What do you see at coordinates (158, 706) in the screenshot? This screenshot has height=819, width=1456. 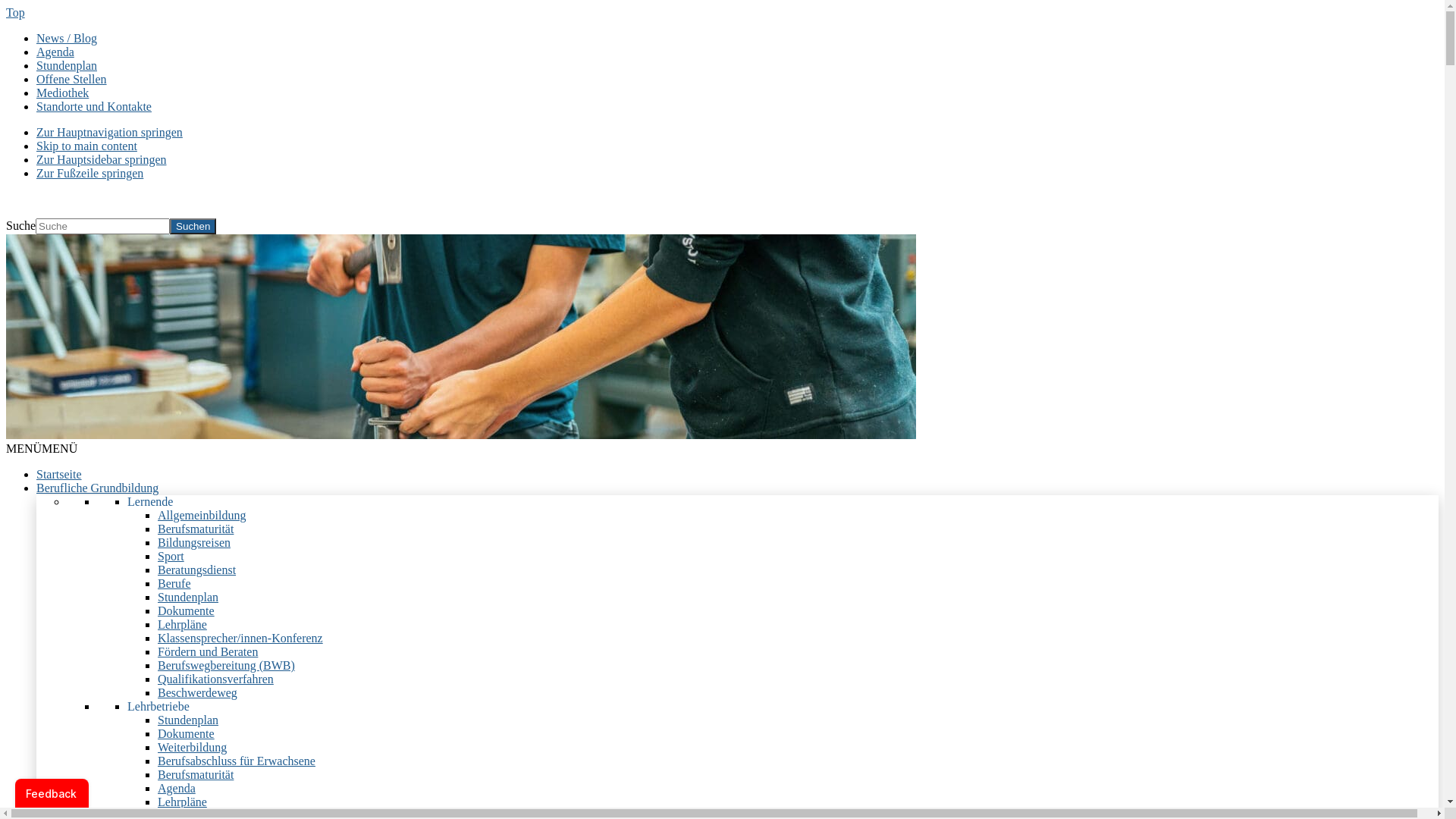 I see `'Lehrbetriebe'` at bounding box center [158, 706].